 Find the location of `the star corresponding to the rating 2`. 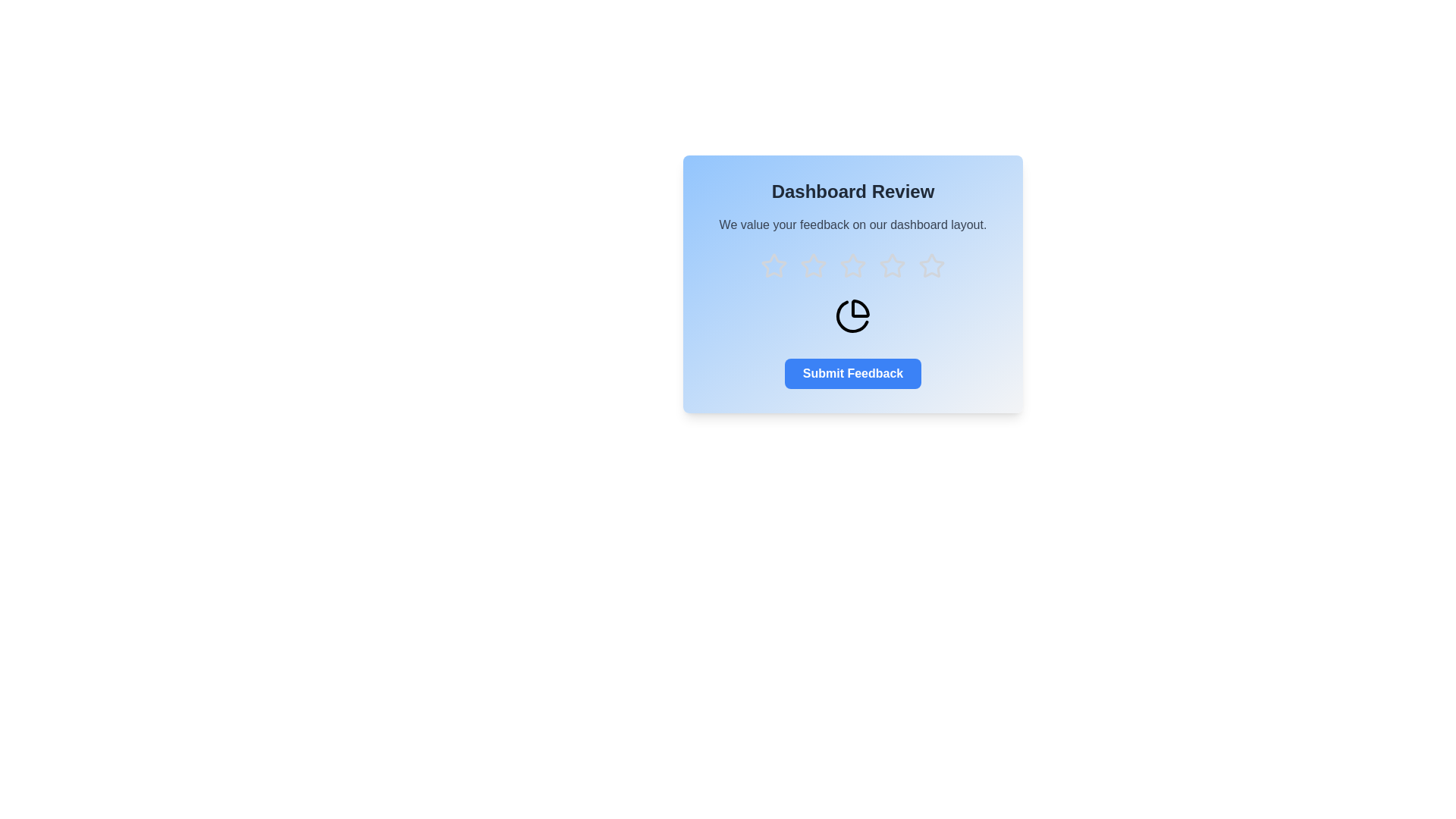

the star corresponding to the rating 2 is located at coordinates (813, 265).